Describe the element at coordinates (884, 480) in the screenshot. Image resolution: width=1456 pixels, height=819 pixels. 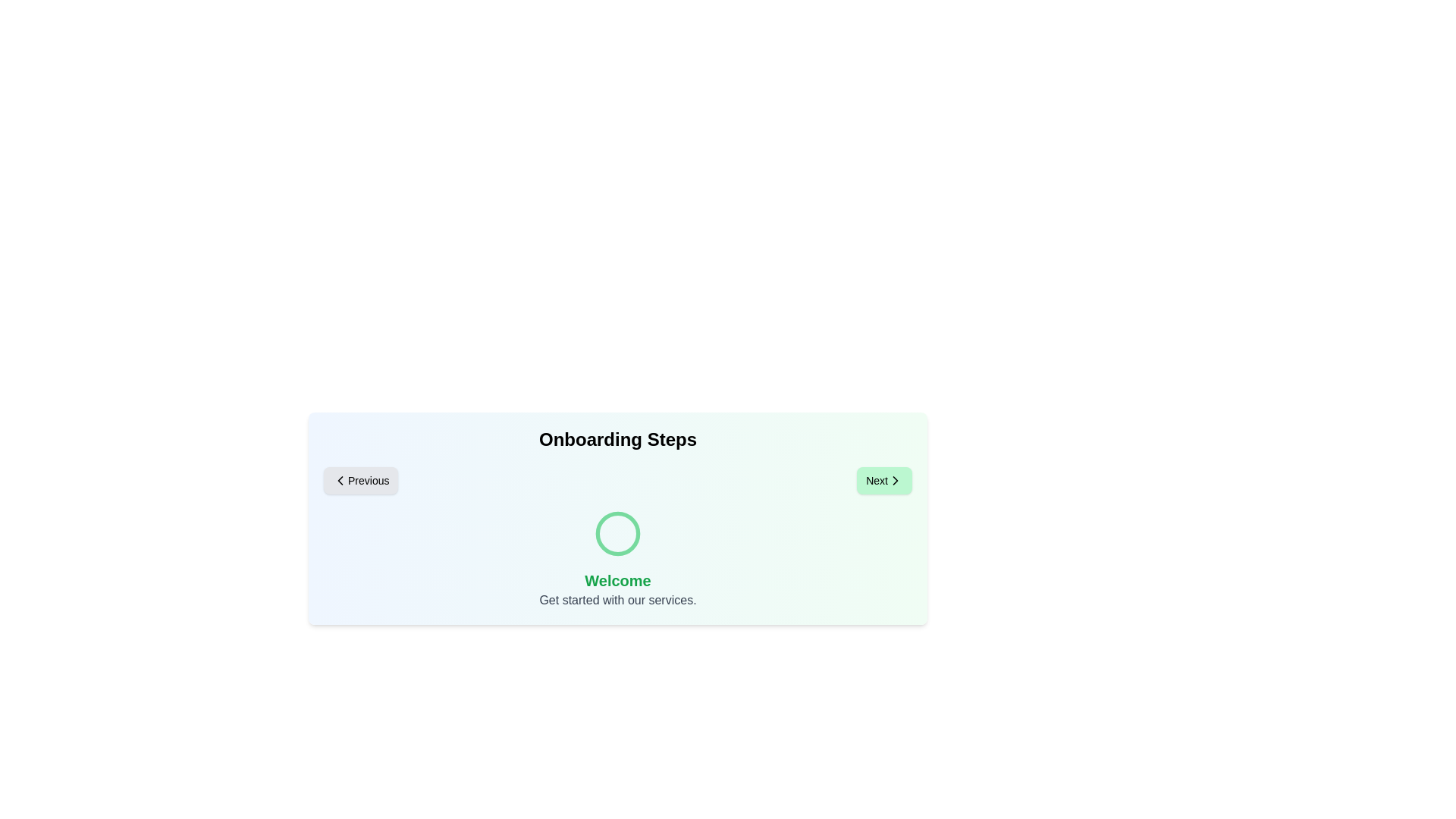
I see `the 'Next' button to proceed to the next step` at that location.